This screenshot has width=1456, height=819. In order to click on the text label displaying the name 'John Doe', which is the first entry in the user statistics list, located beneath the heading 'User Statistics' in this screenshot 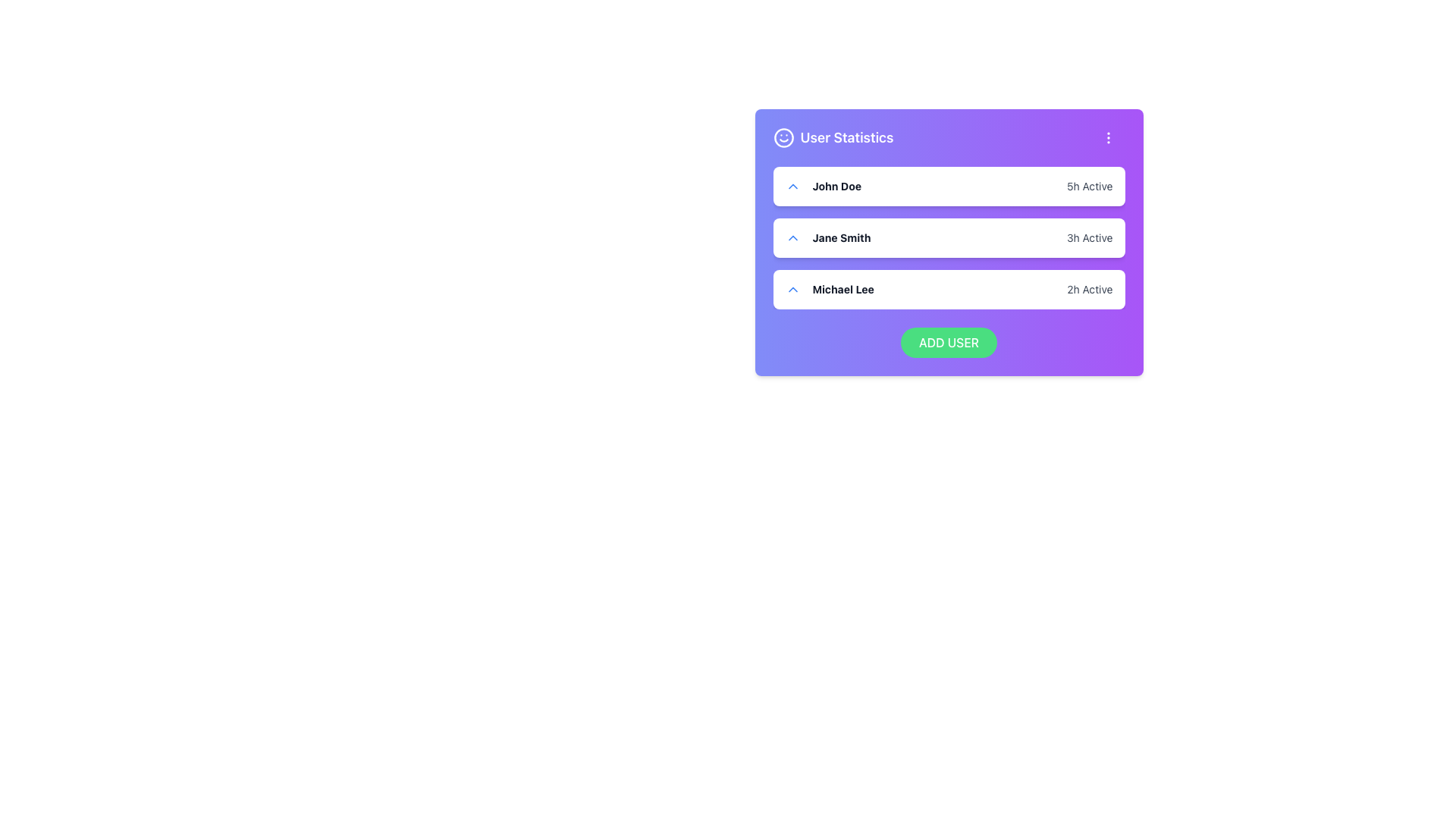, I will do `click(836, 186)`.